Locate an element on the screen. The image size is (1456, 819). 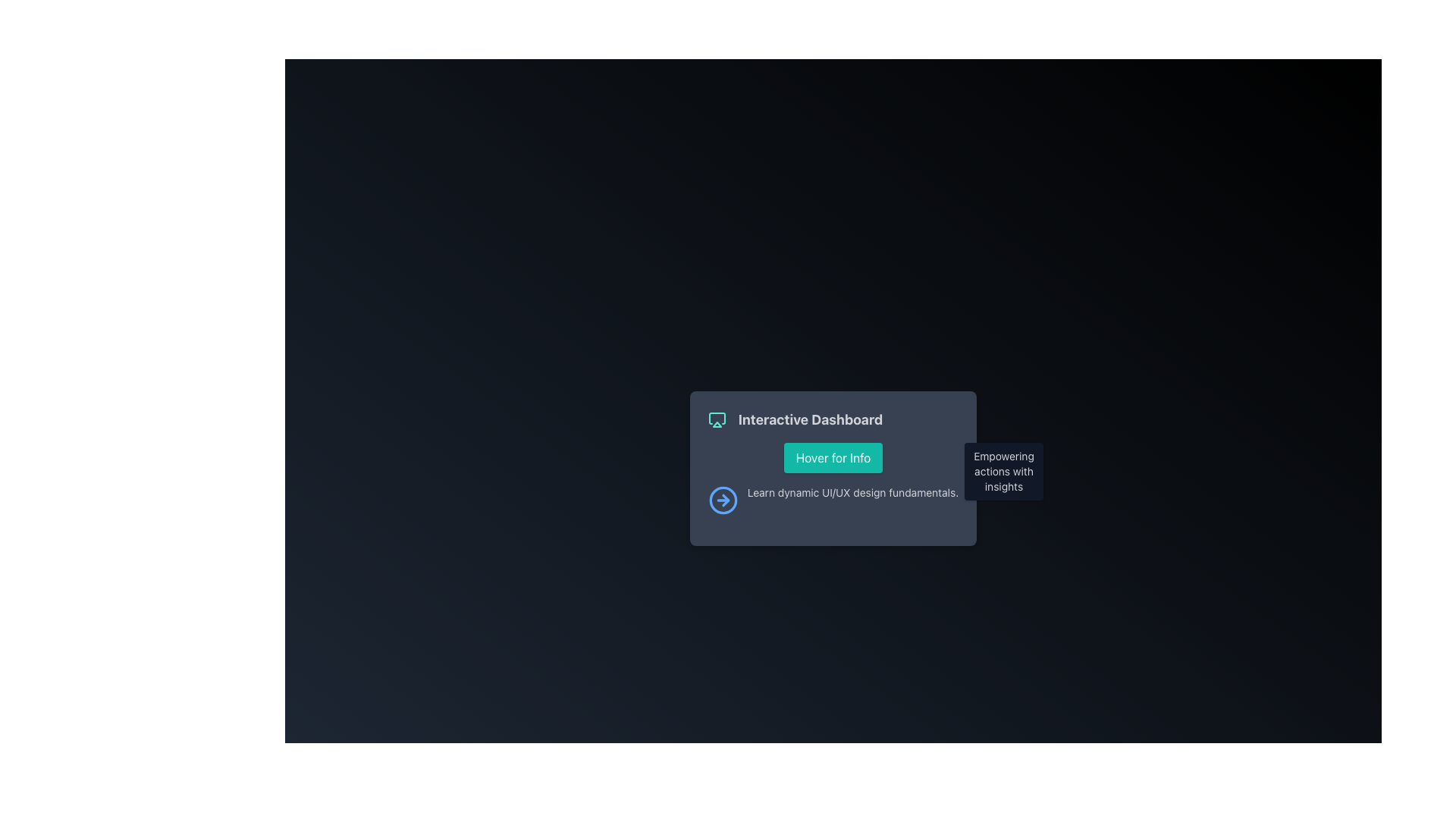
the circular graphic element that serves as a decorative part of the arrow graphic, positioned in the lower-left corner of the dialog box is located at coordinates (722, 500).